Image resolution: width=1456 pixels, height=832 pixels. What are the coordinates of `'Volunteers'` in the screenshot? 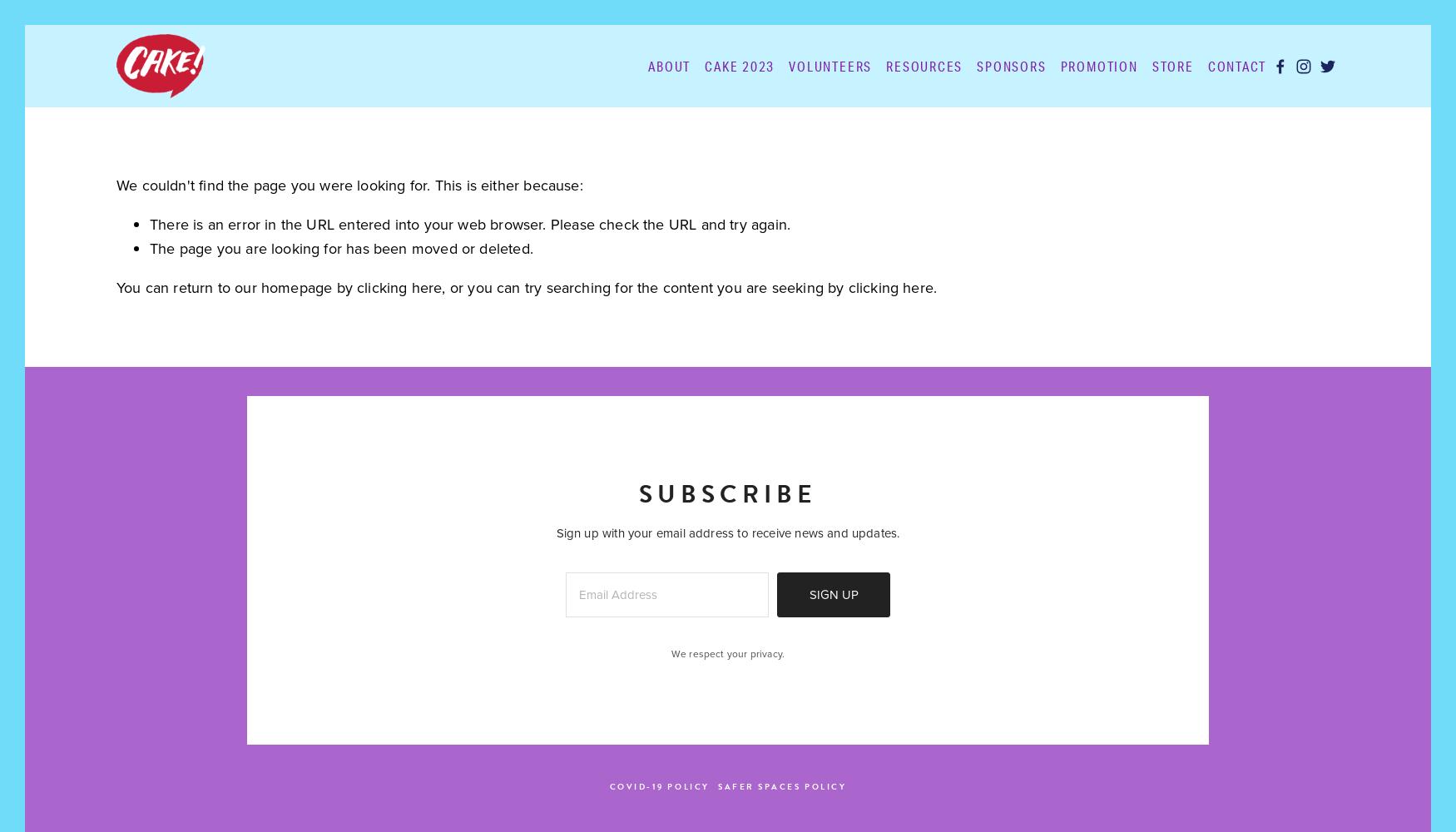 It's located at (830, 64).